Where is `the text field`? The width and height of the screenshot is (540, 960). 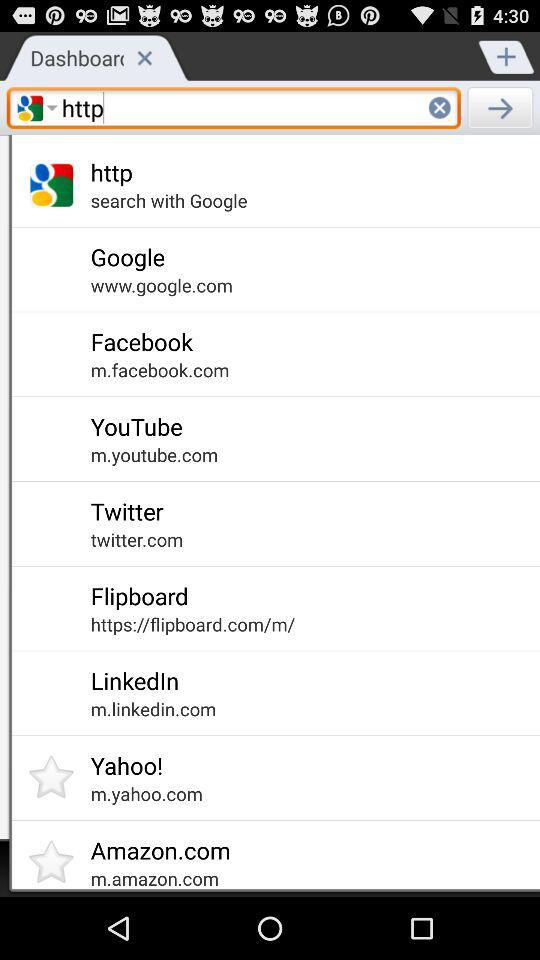 the text field is located at coordinates (232, 108).